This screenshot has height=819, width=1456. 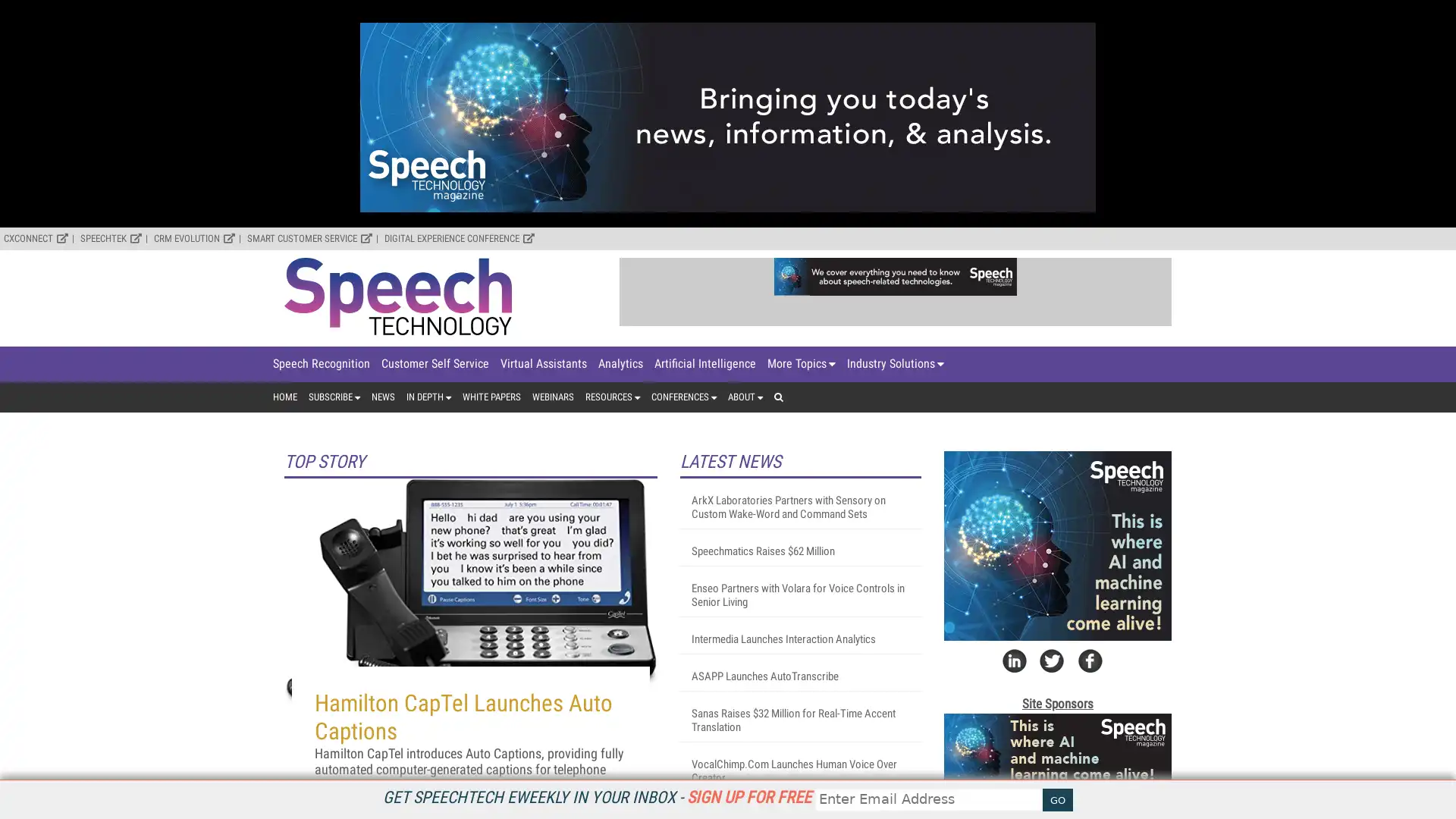 What do you see at coordinates (1057, 799) in the screenshot?
I see `GO` at bounding box center [1057, 799].